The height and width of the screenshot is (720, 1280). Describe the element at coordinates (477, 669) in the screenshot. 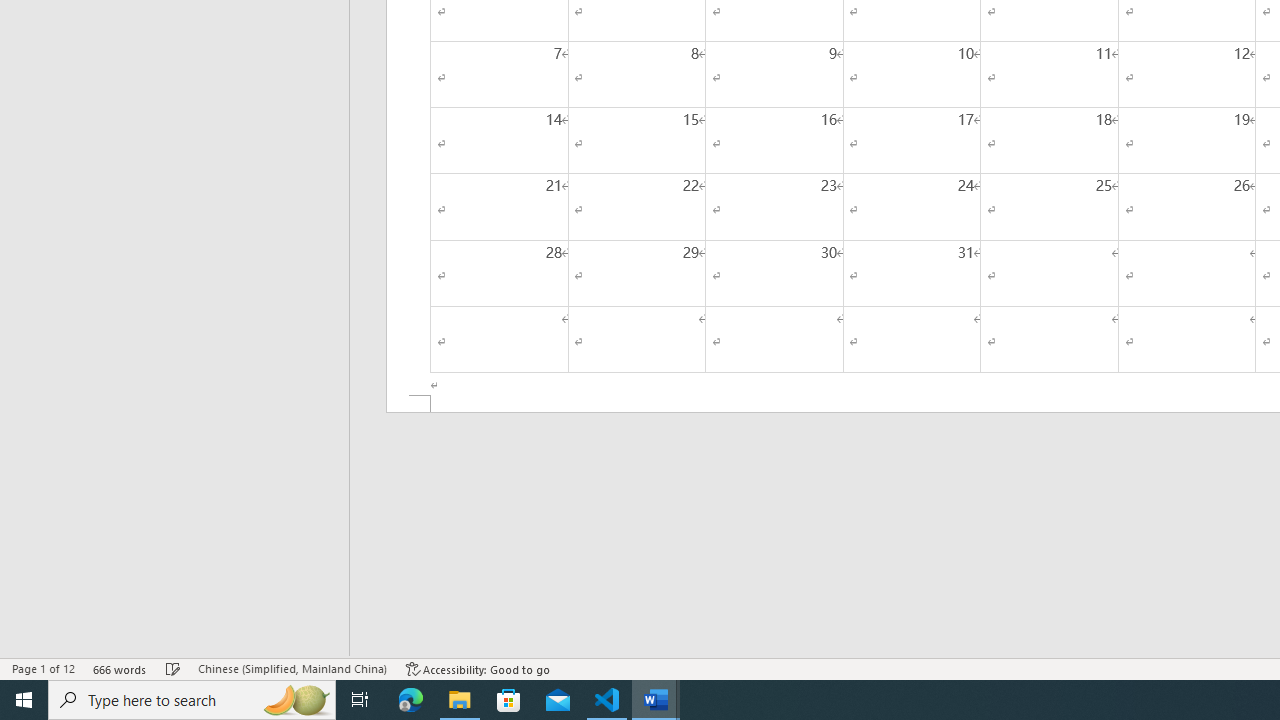

I see `'Accessibility Checker Accessibility: Good to go'` at that location.